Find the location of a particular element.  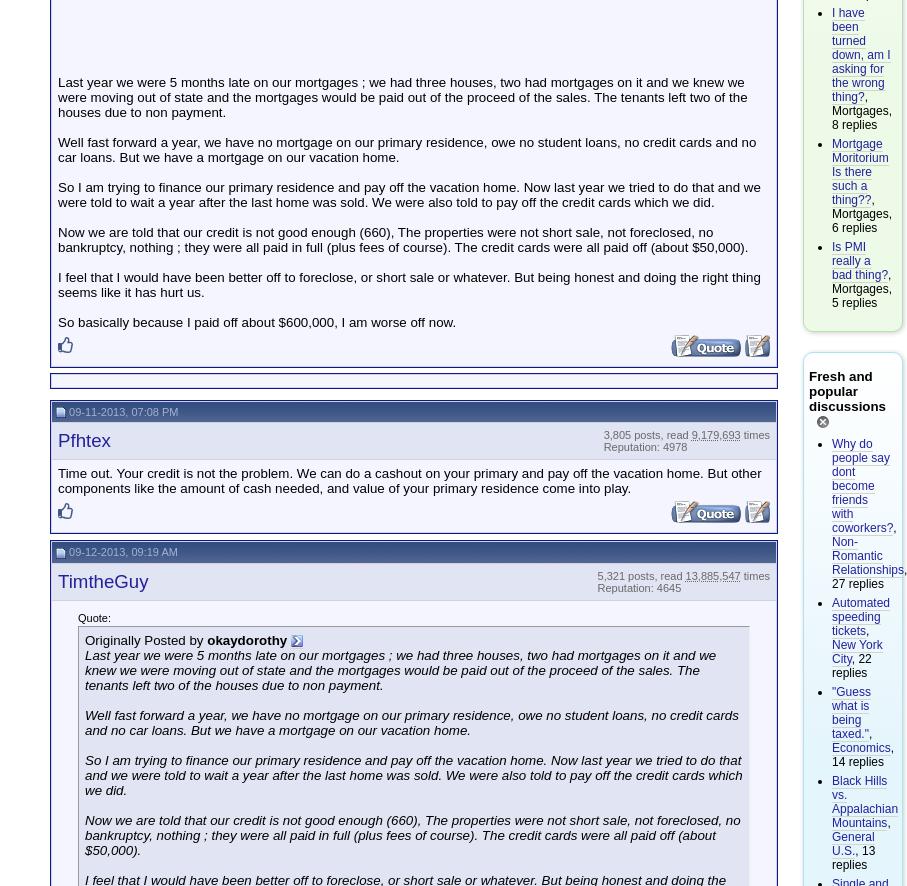

'okaydorothy' is located at coordinates (246, 639).